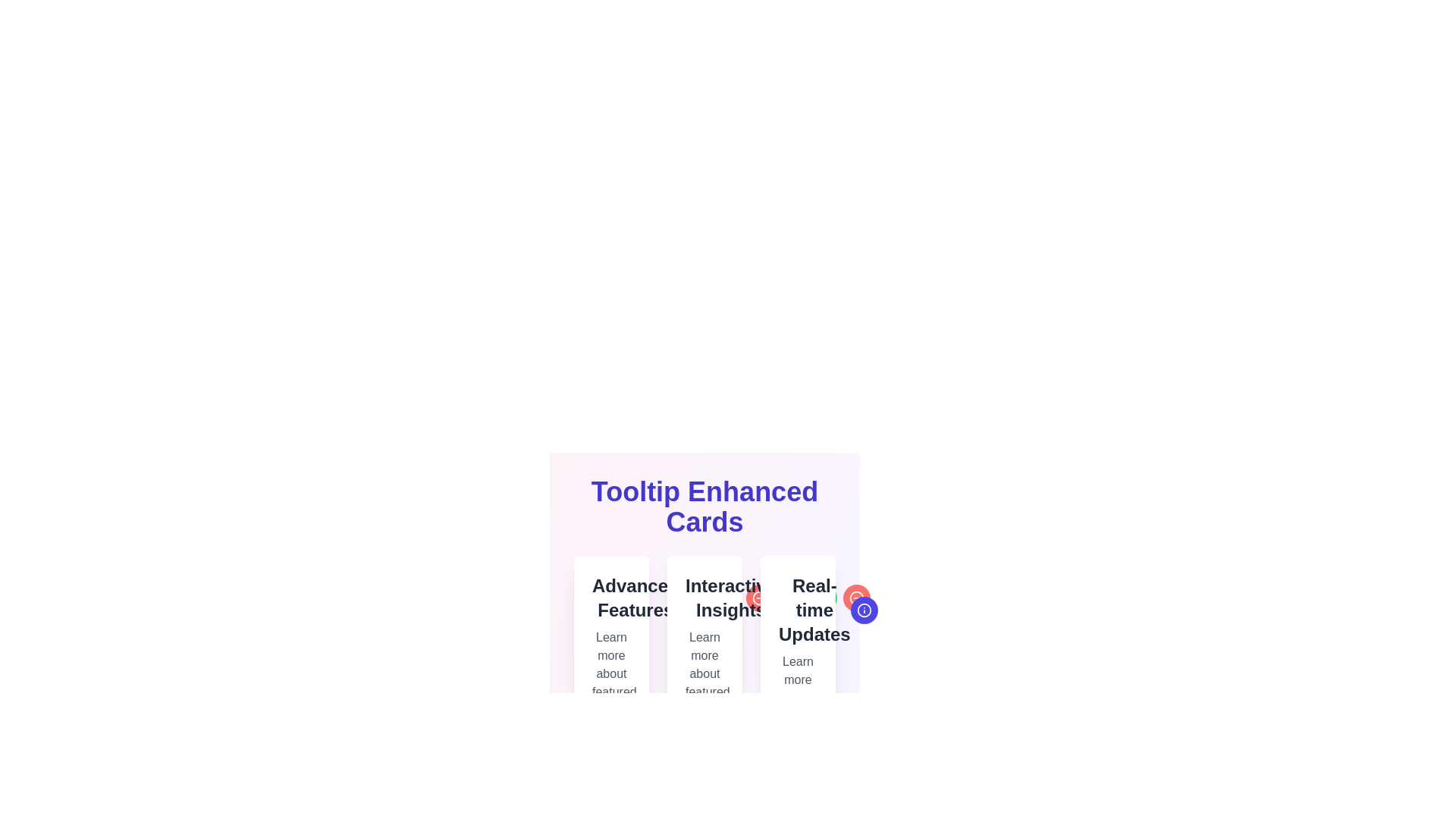  Describe the element at coordinates (823, 598) in the screenshot. I see `the removal button located` at that location.